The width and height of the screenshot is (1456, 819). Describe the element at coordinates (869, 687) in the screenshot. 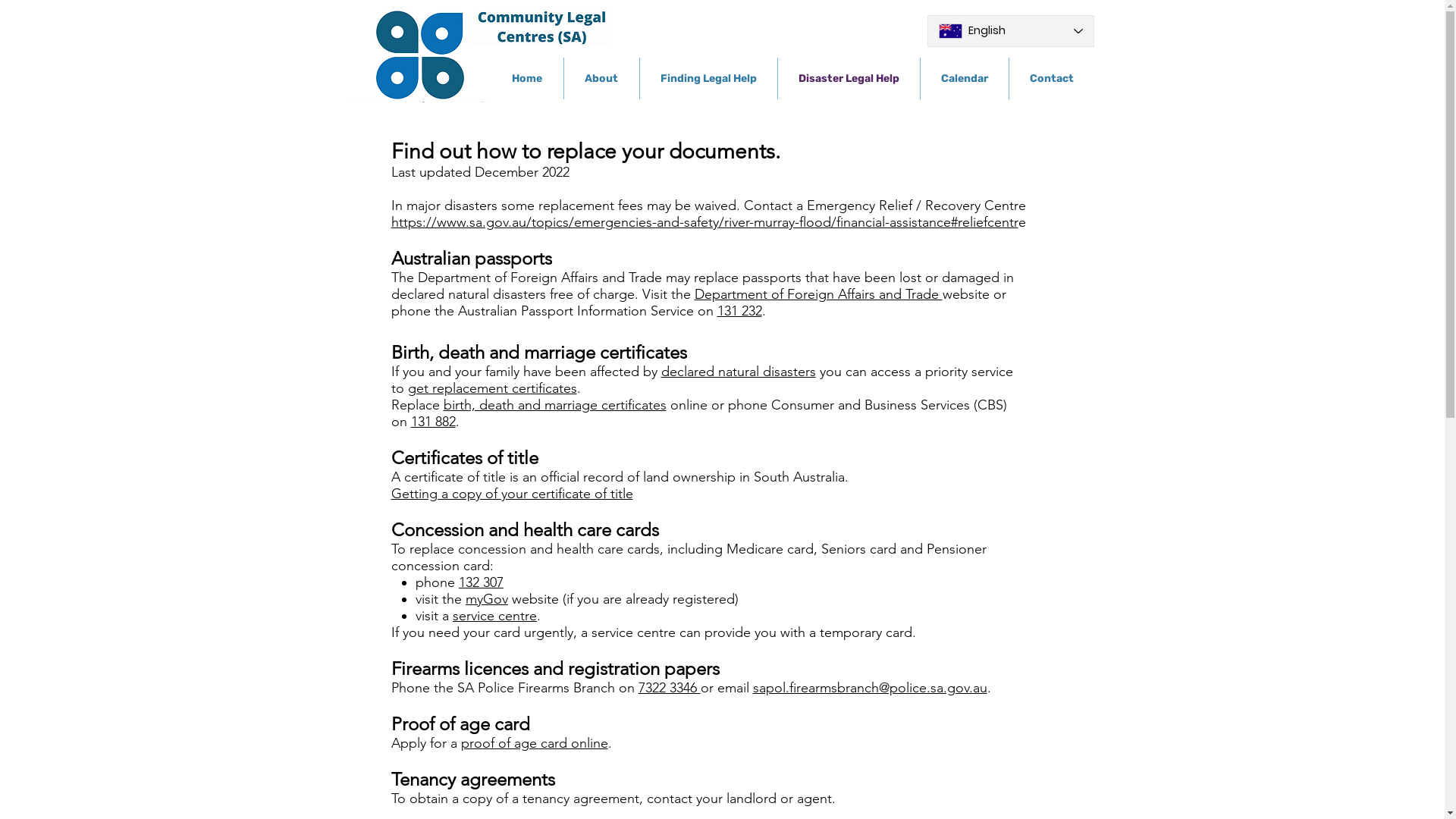

I see `'sapol.firearmsbranch@police.sa.gov.au'` at that location.